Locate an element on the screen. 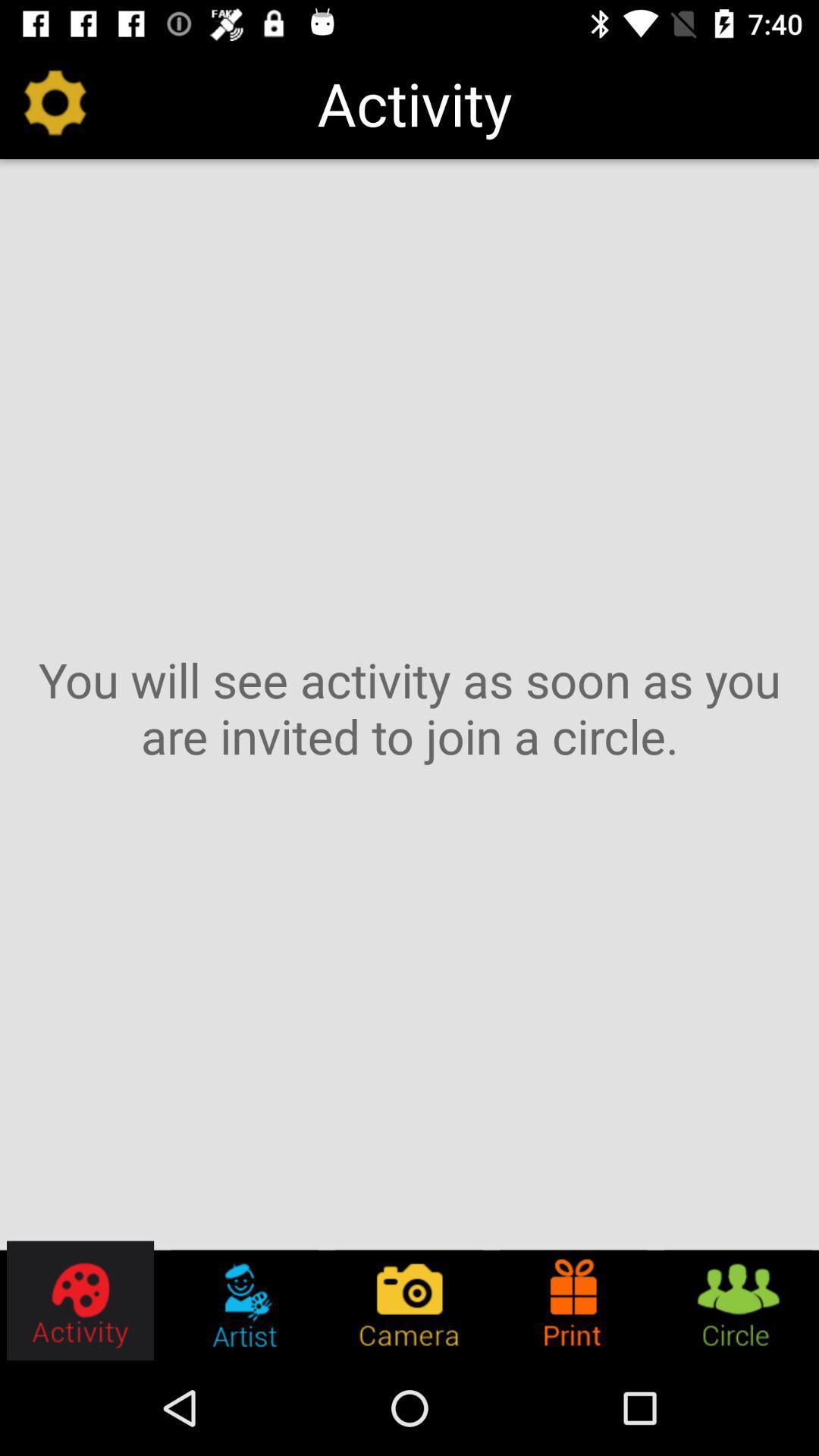 This screenshot has height=1456, width=819. the item to the left of the activity is located at coordinates (55, 102).